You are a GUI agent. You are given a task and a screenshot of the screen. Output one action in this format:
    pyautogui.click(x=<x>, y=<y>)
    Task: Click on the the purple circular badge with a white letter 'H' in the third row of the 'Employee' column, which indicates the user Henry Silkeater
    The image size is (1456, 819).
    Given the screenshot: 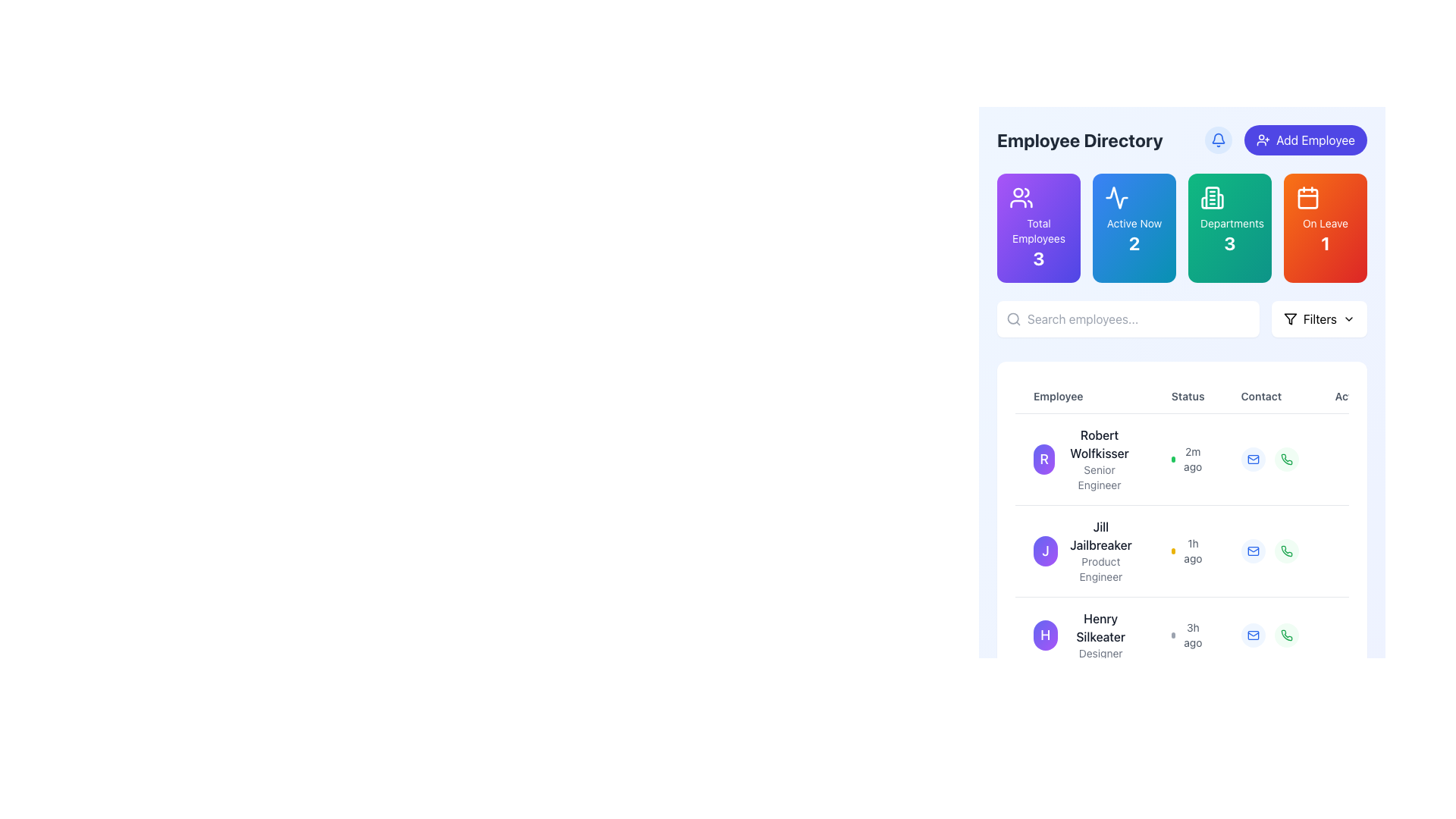 What is the action you would take?
    pyautogui.click(x=1044, y=635)
    